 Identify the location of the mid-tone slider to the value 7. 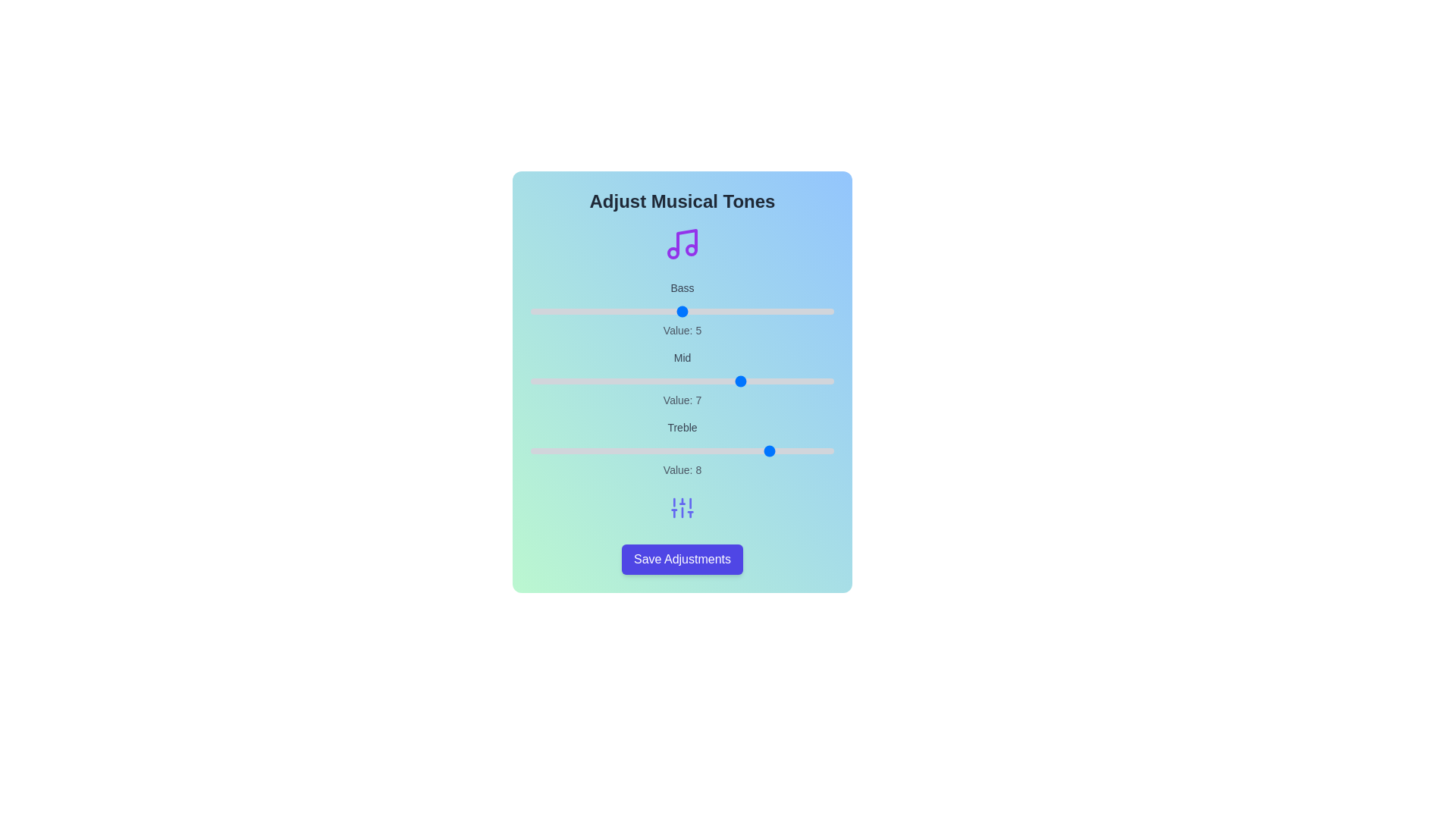
(742, 380).